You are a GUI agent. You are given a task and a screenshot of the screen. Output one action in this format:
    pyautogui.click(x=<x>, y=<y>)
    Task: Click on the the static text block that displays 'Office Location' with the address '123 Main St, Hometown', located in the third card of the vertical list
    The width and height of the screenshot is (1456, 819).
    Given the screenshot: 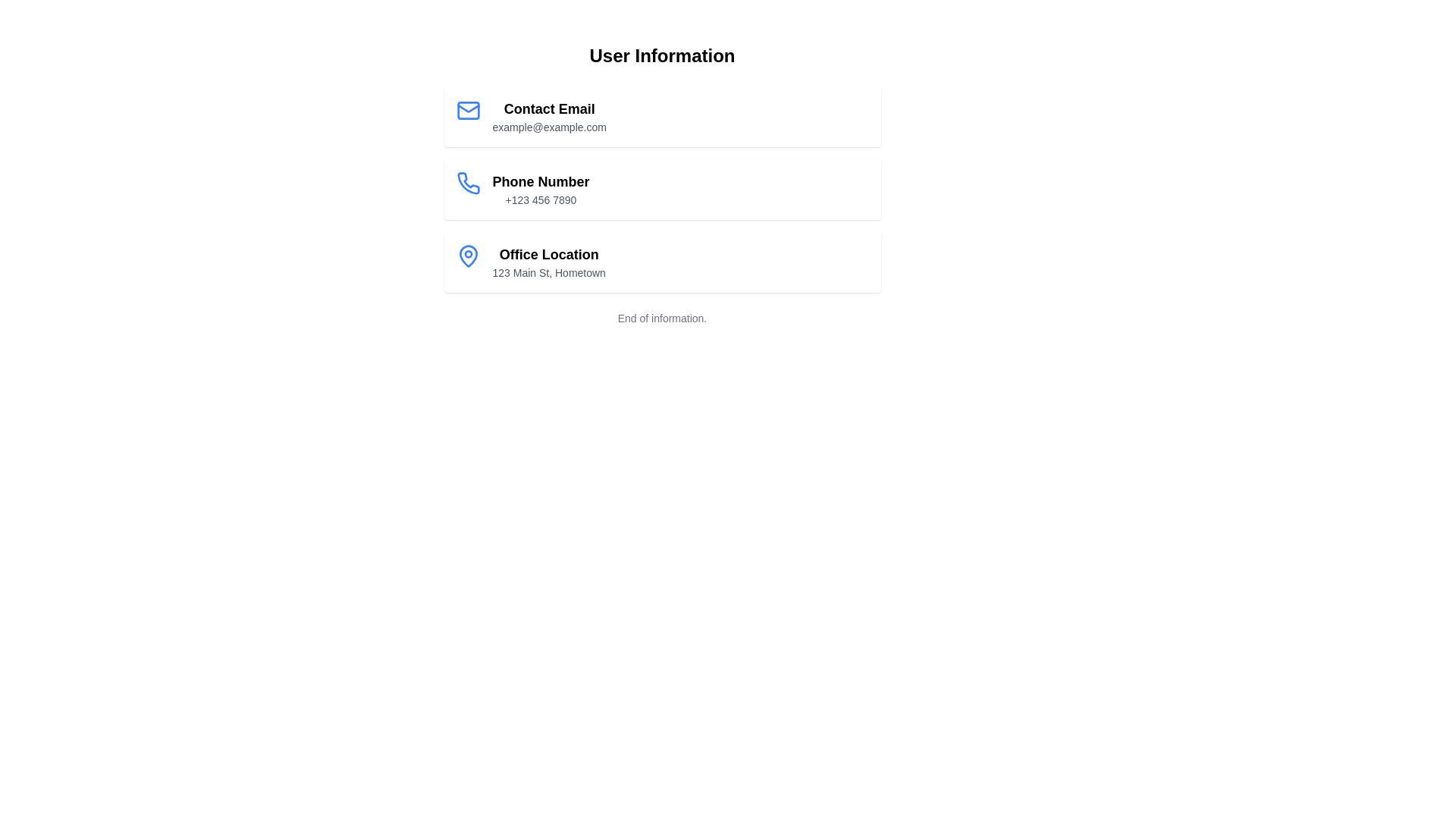 What is the action you would take?
    pyautogui.click(x=548, y=262)
    